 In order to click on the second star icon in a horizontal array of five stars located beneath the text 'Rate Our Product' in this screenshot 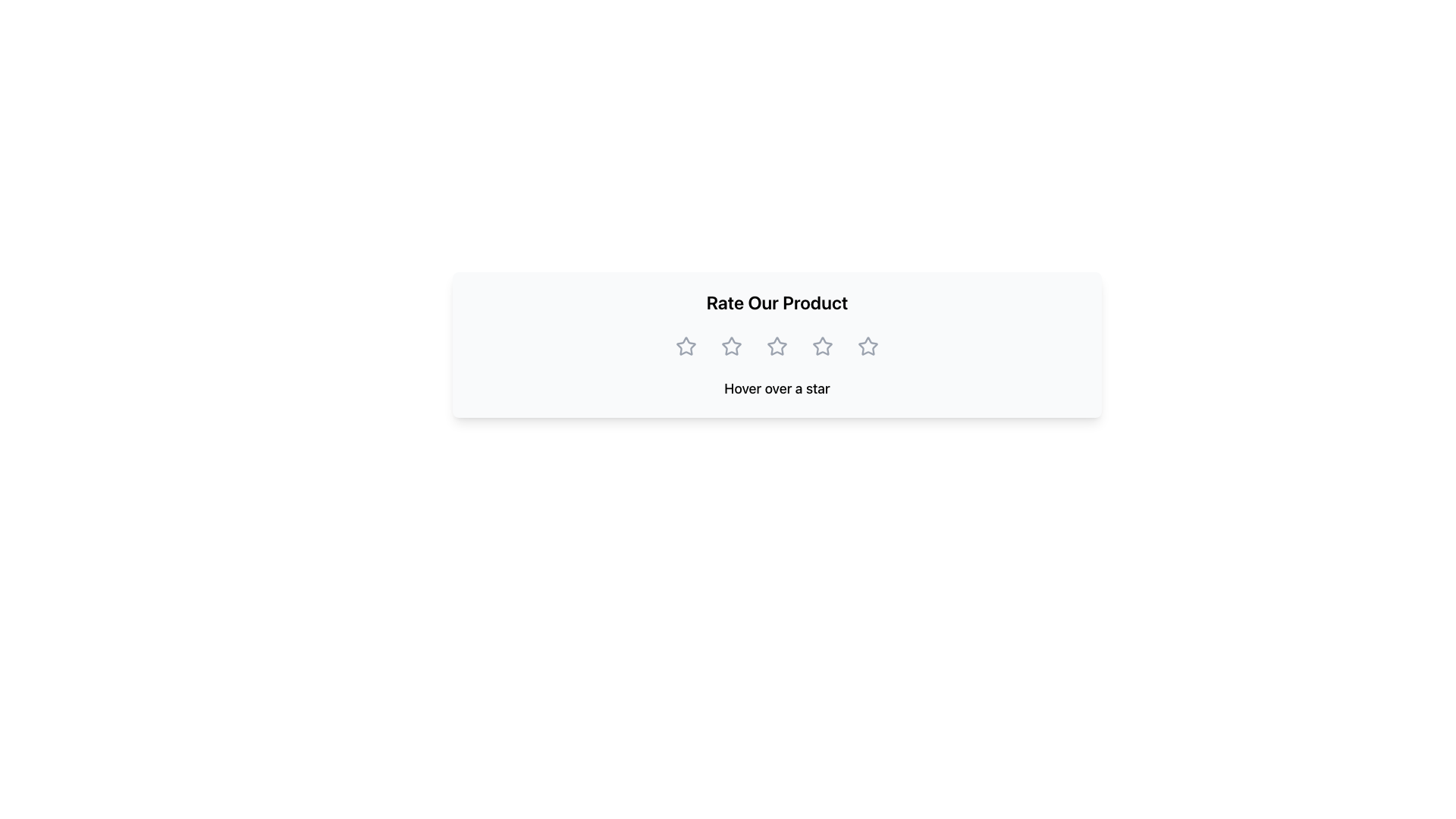, I will do `click(731, 346)`.